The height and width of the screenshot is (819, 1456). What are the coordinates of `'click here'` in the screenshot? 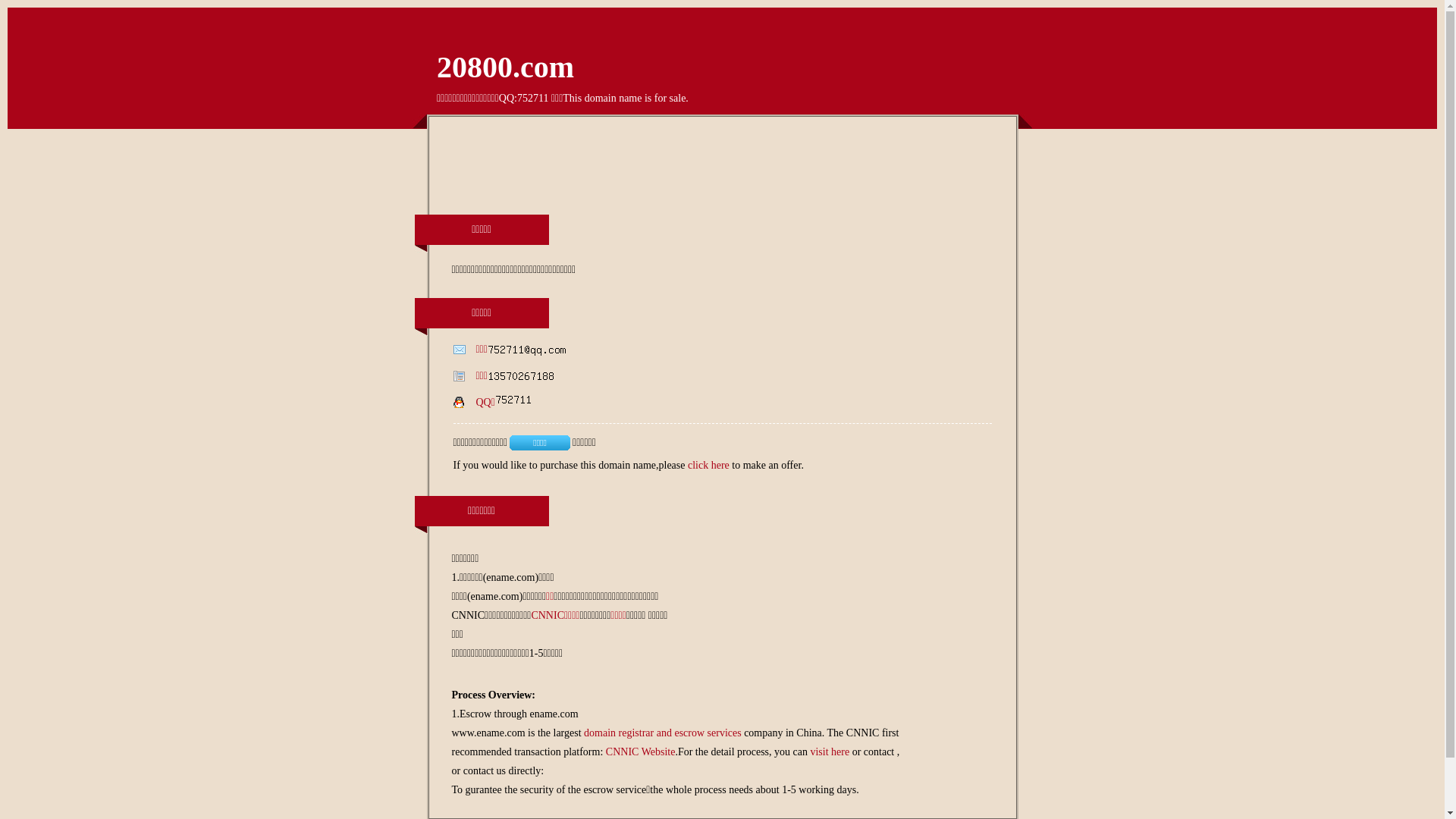 It's located at (687, 464).